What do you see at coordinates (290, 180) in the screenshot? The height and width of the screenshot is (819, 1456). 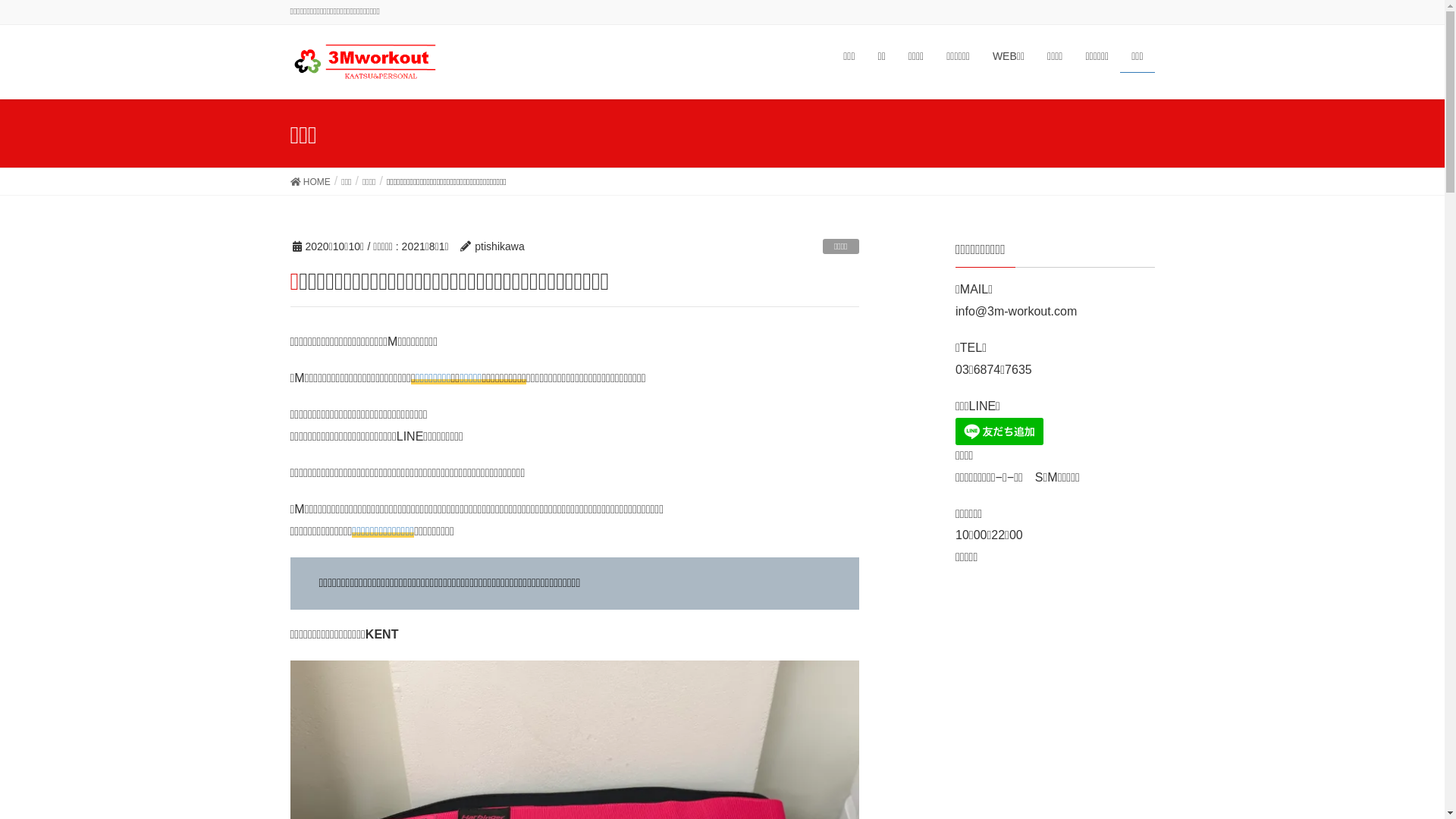 I see `'HOME'` at bounding box center [290, 180].